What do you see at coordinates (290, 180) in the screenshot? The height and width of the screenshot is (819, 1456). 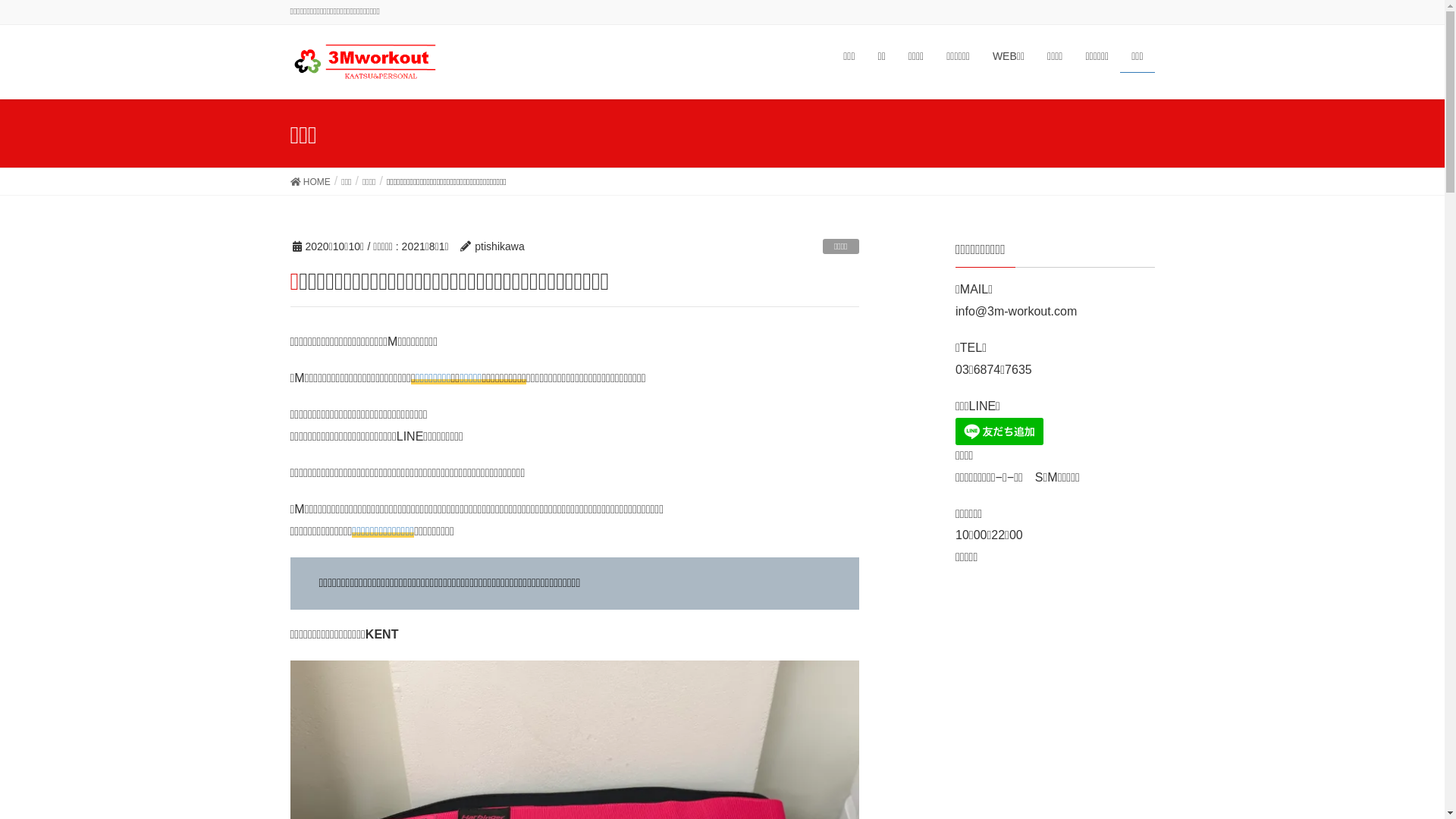 I see `'HOME'` at bounding box center [290, 180].